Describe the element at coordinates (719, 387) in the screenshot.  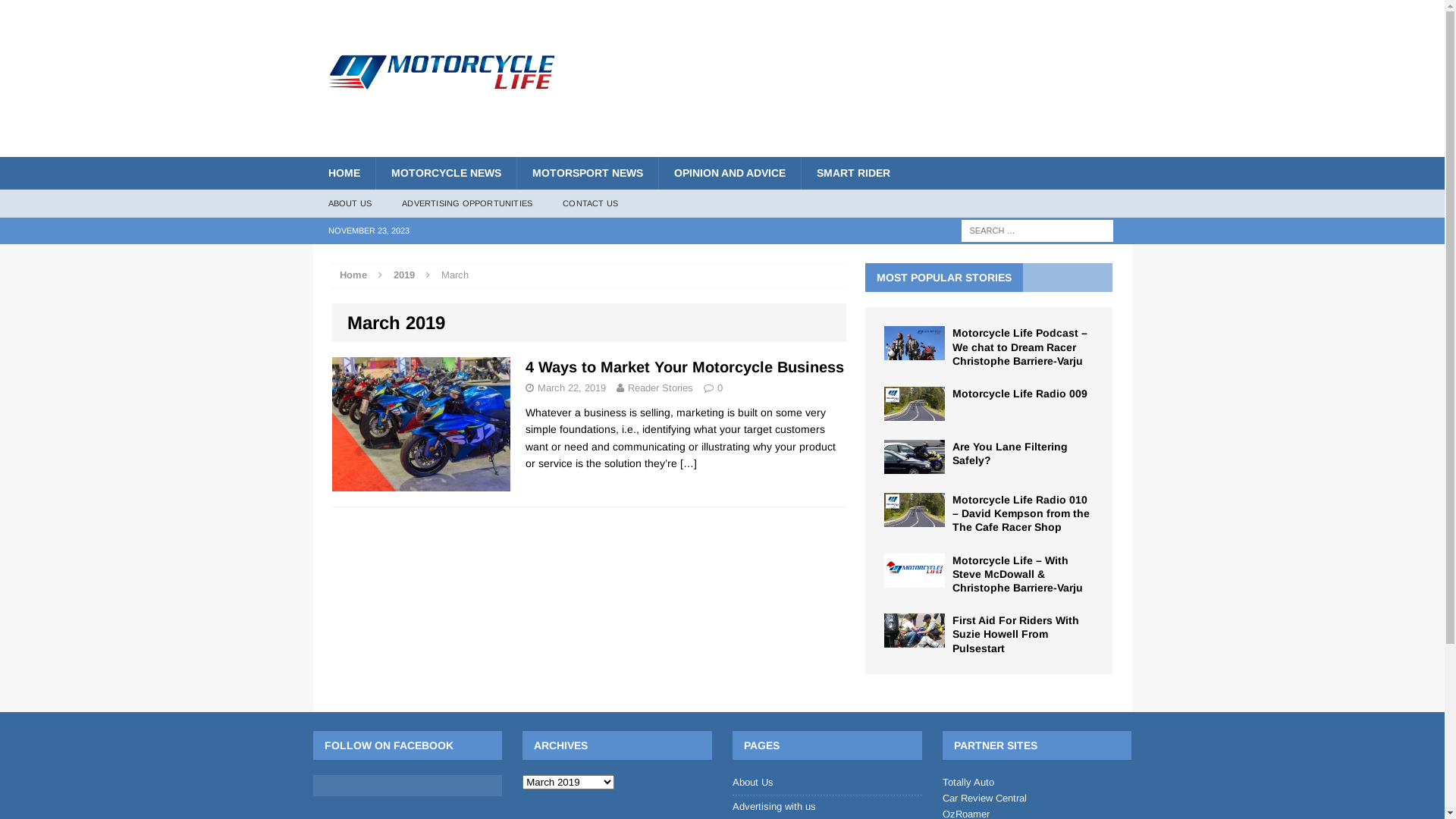
I see `'0'` at that location.